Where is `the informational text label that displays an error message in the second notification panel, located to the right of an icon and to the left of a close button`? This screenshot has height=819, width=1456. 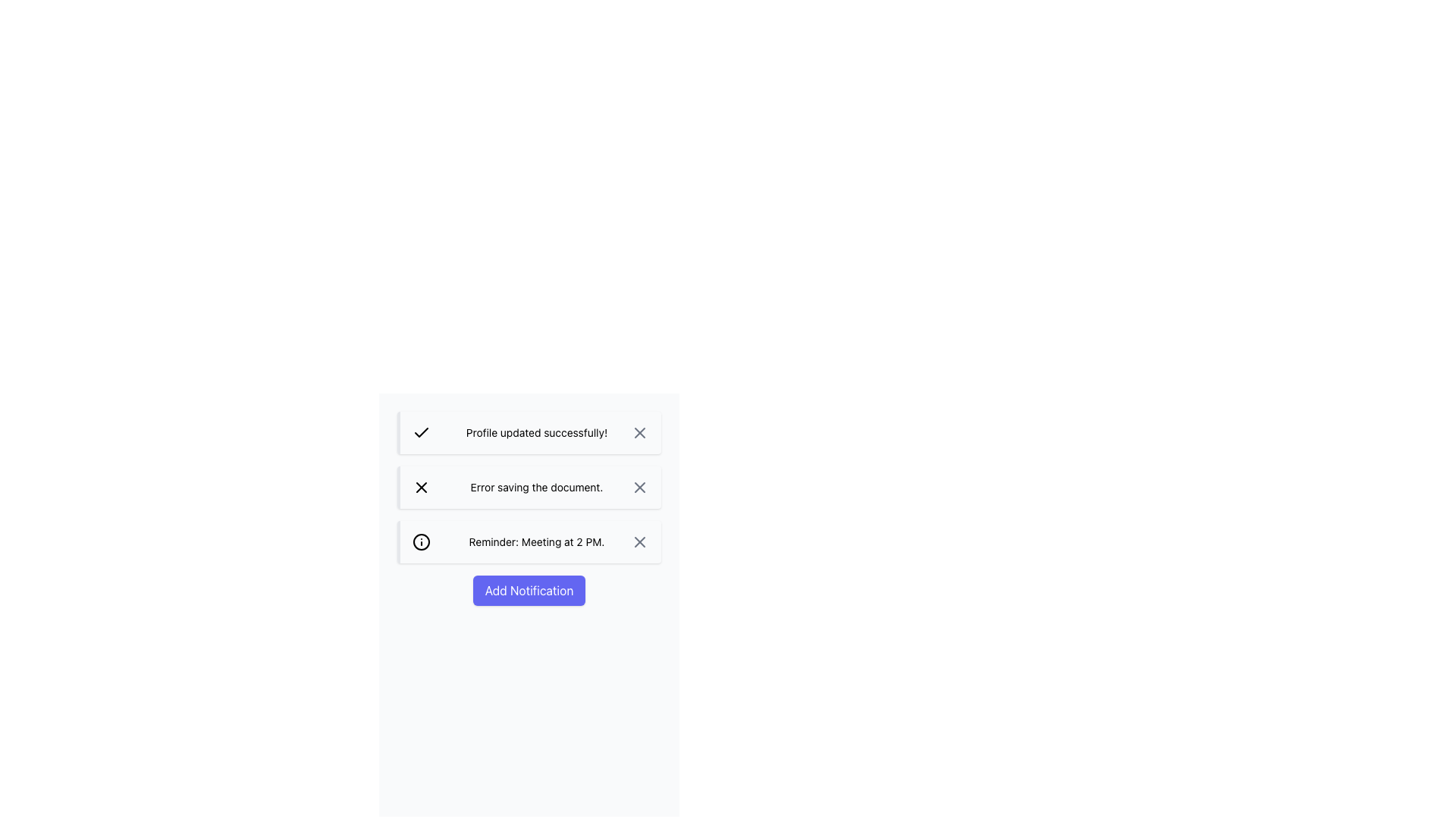 the informational text label that displays an error message in the second notification panel, located to the right of an icon and to the left of a close button is located at coordinates (537, 488).